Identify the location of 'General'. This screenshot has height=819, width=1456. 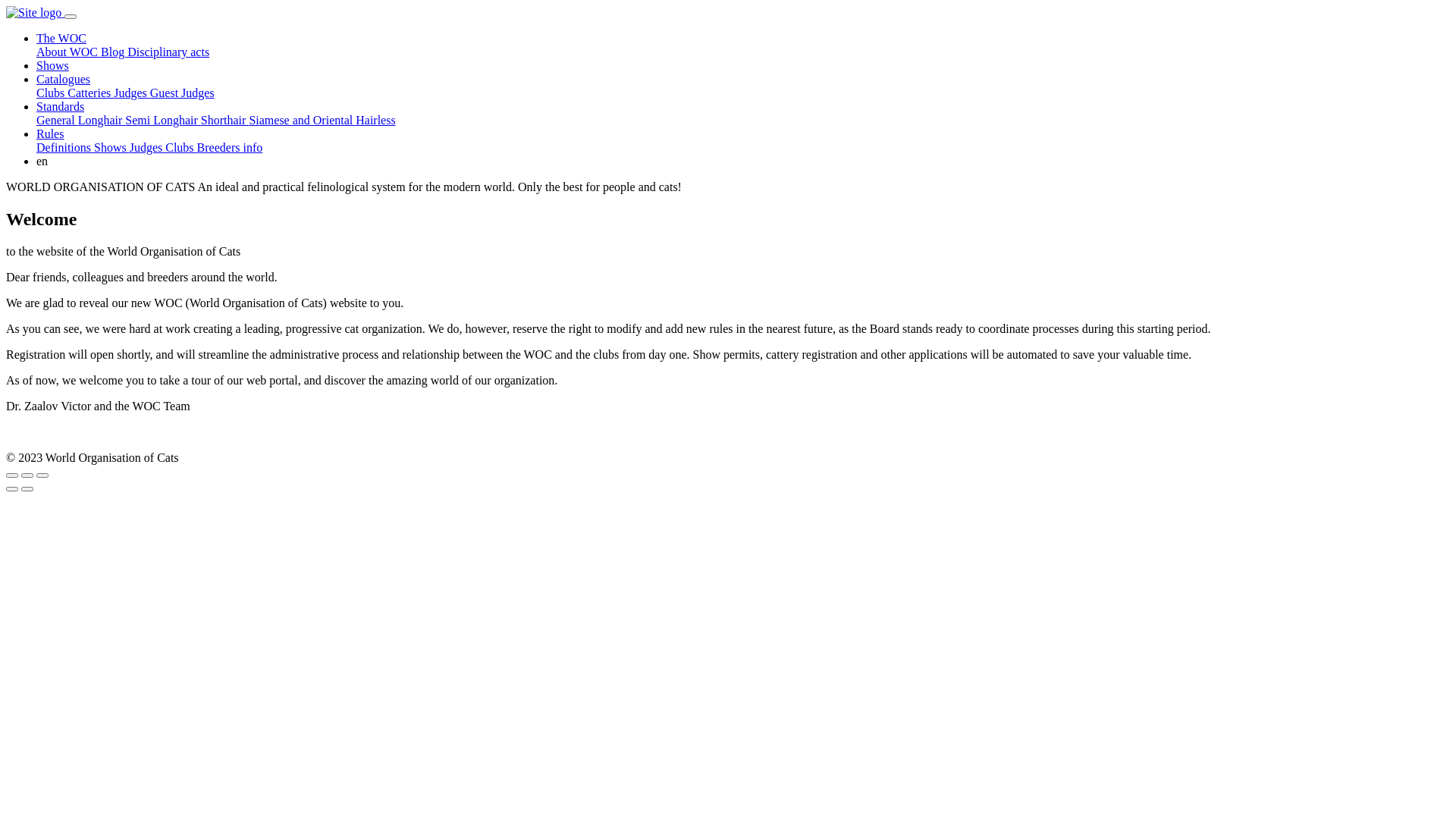
(57, 119).